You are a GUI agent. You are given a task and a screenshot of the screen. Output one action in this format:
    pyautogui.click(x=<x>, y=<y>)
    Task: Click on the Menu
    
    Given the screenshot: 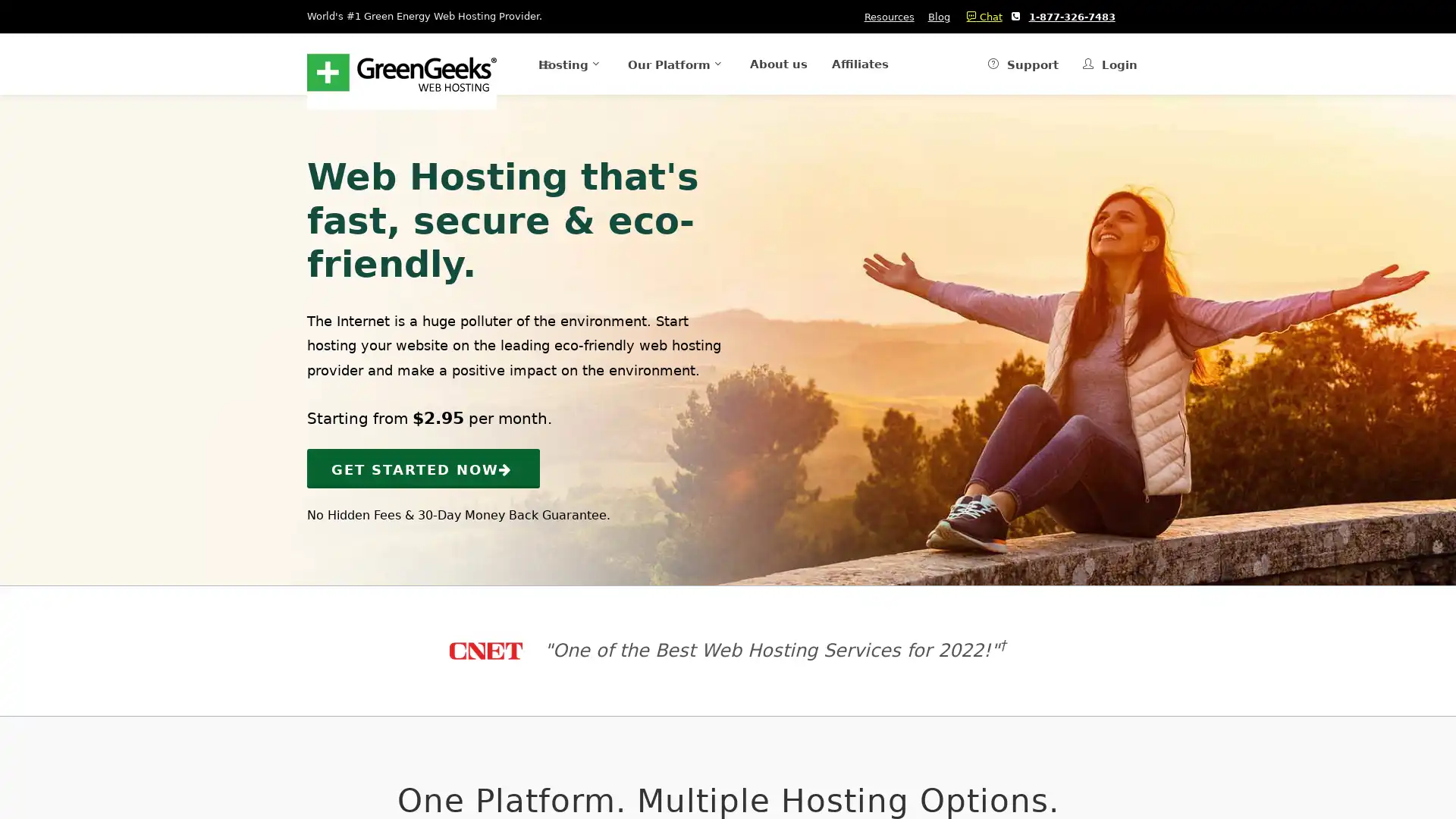 What is the action you would take?
    pyautogui.click(x=508, y=63)
    